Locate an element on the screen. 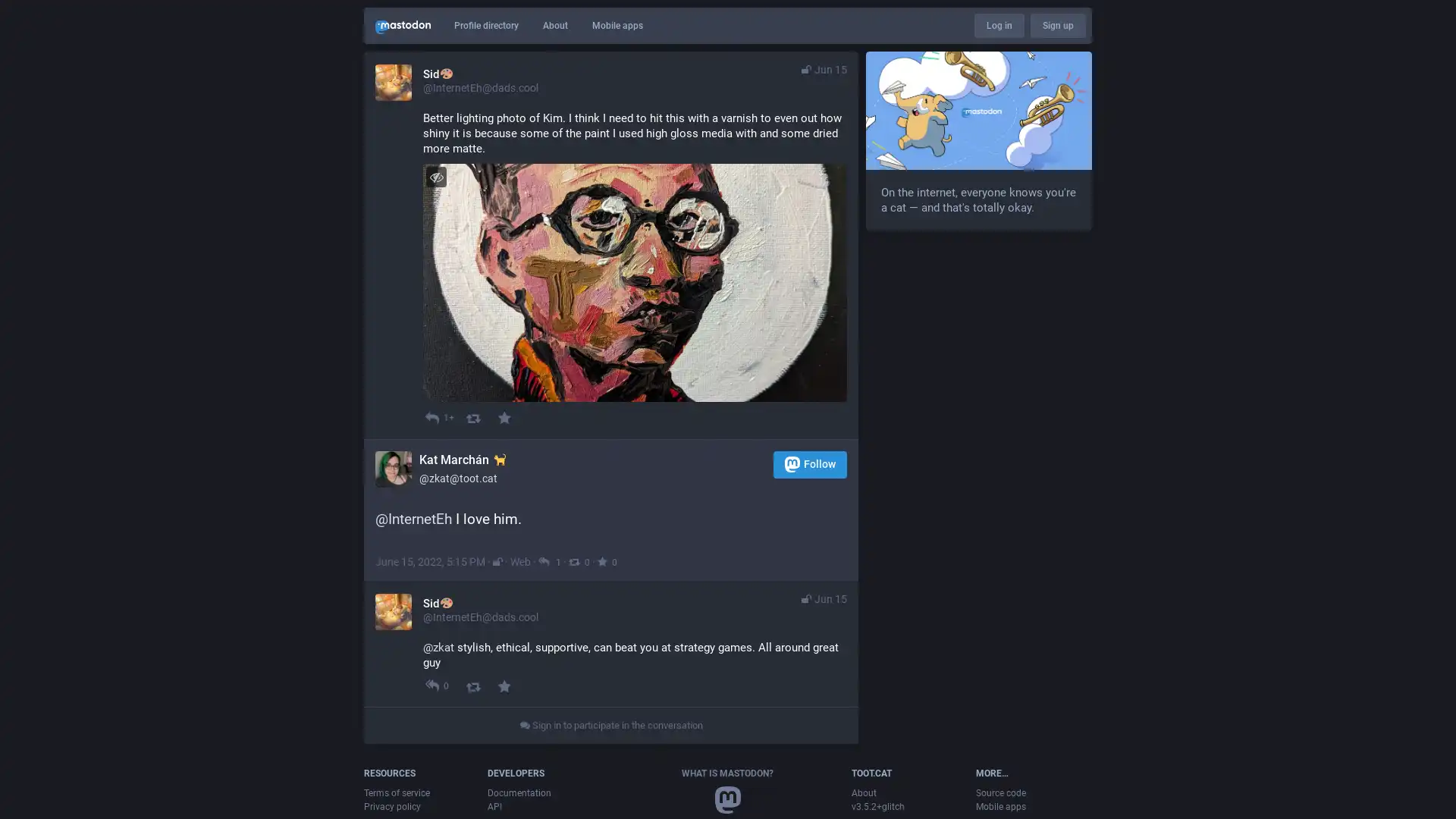 The image size is (1456, 819). Hide image is located at coordinates (435, 176).